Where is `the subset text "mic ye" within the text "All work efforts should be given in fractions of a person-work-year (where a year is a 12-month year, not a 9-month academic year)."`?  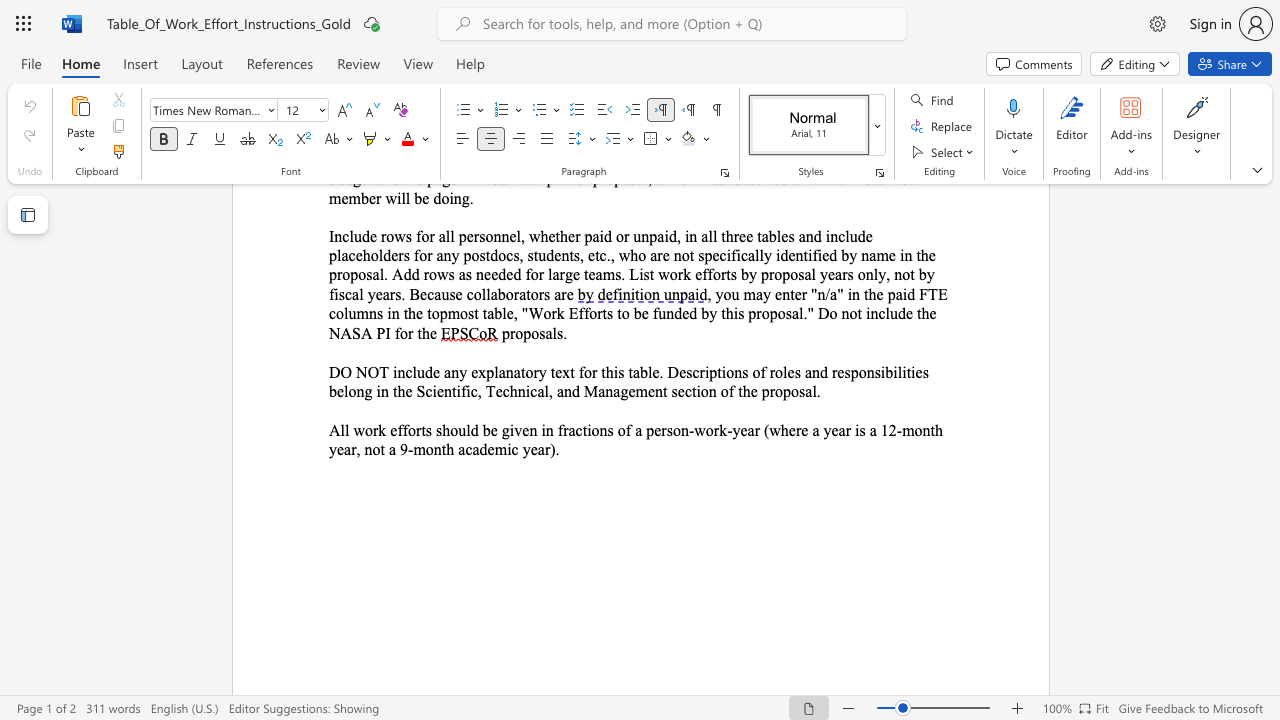
the subset text "mic ye" within the text "All work efforts should be given in fractions of a person-work-year (where a year is a 12-month year, not a 9-month academic year)." is located at coordinates (494, 448).